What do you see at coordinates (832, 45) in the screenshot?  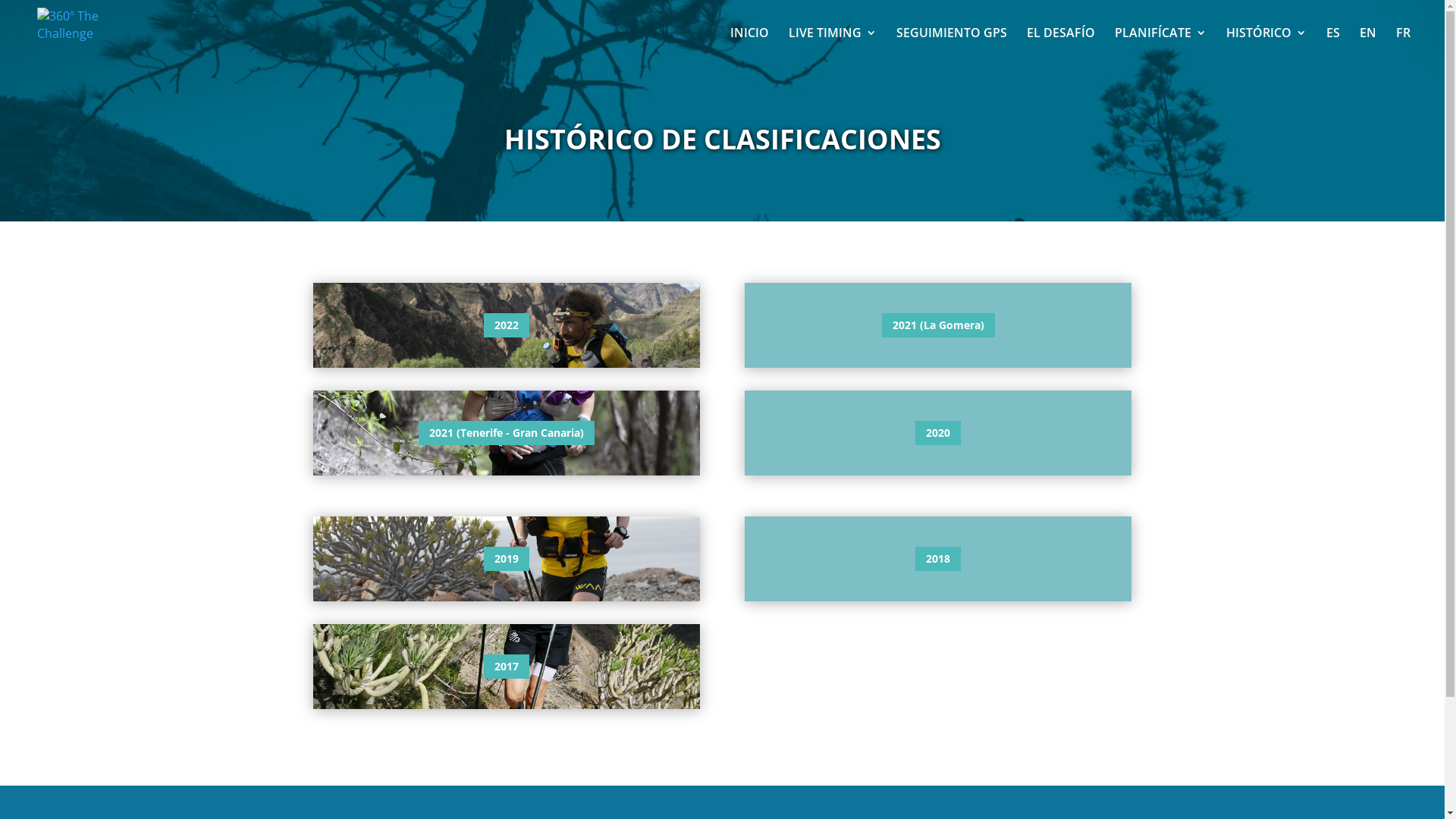 I see `'LIVE TIMING'` at bounding box center [832, 45].